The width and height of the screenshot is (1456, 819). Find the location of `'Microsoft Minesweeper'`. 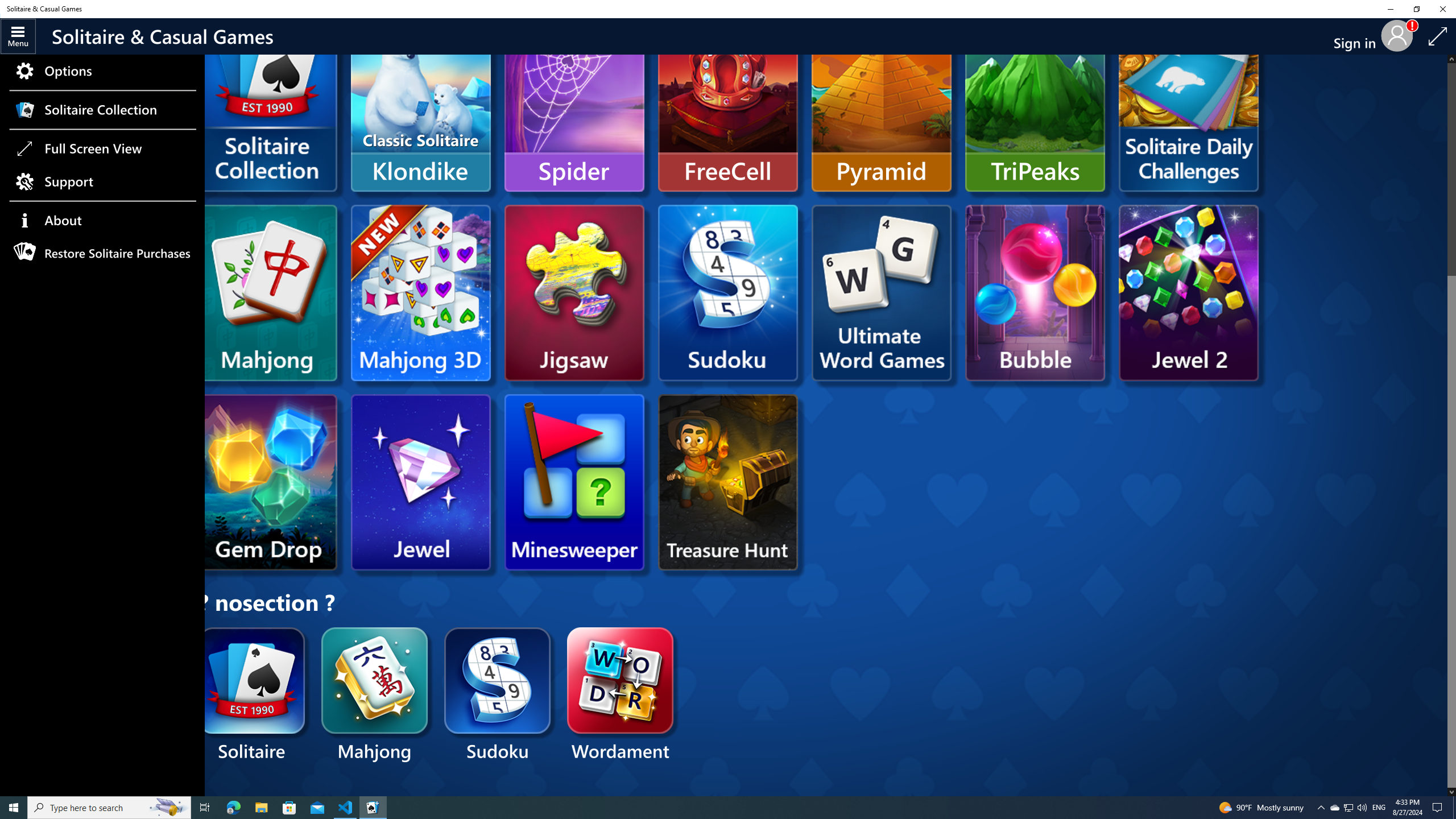

'Microsoft Minesweeper' is located at coordinates (573, 482).